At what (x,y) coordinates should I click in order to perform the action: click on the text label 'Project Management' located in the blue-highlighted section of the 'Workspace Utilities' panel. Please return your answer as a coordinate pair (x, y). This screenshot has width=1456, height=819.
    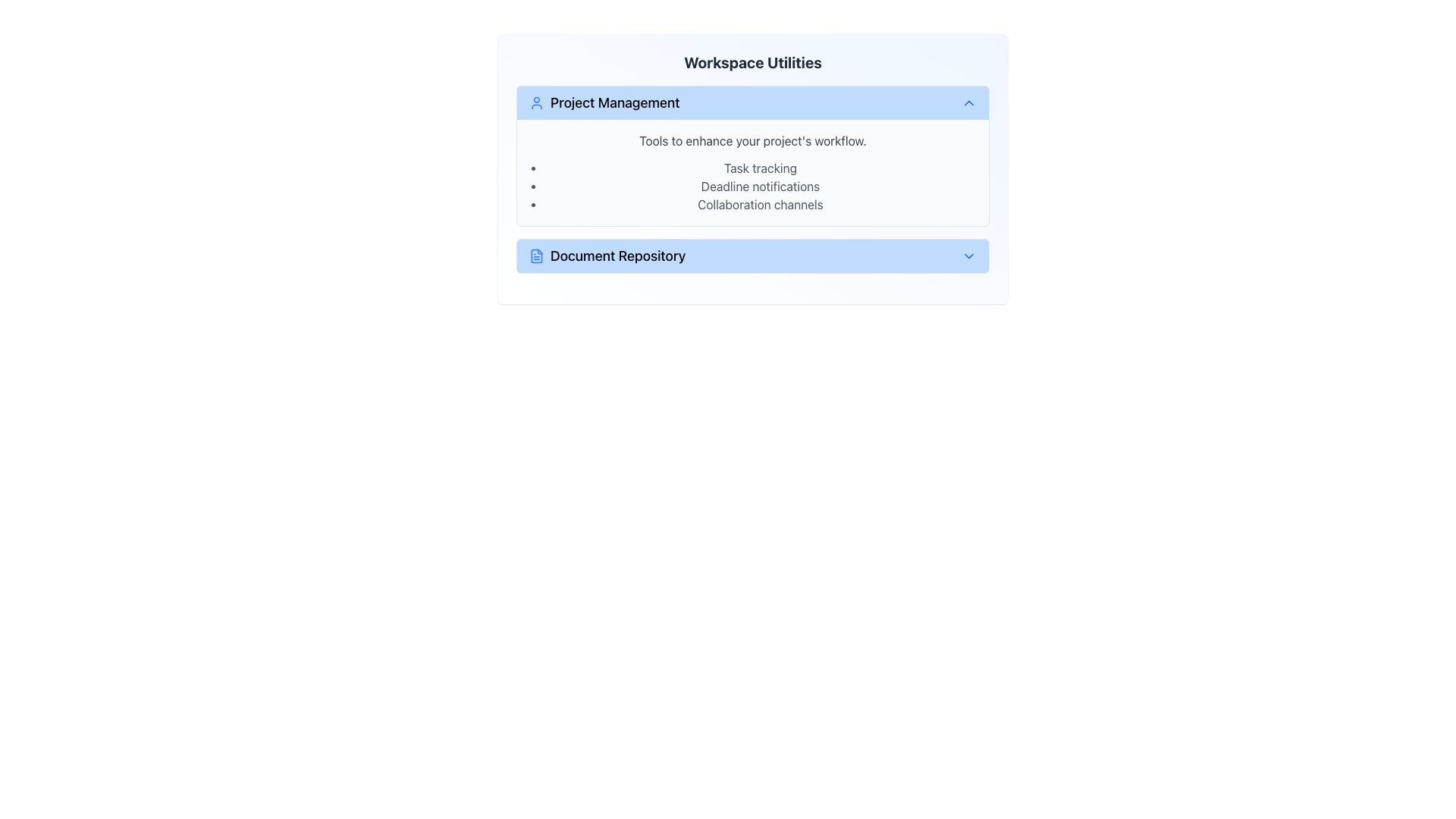
    Looking at the image, I should click on (615, 102).